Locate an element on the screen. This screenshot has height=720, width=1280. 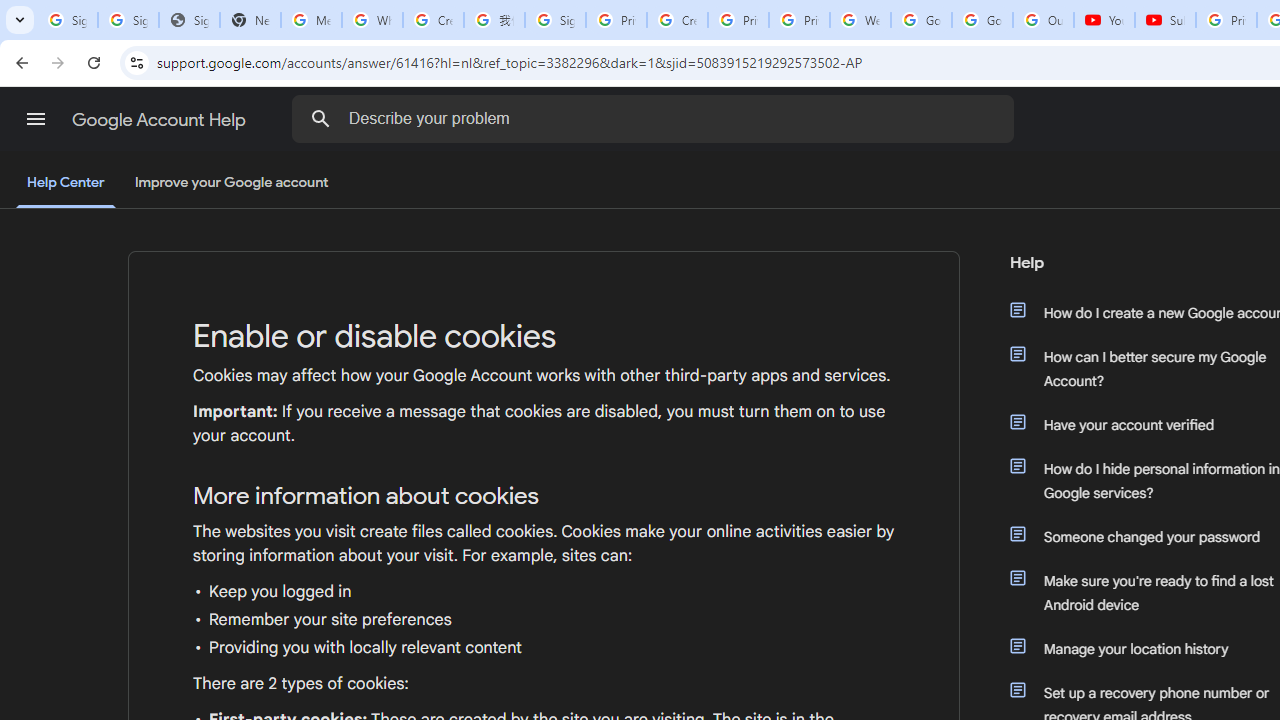
'Help Center' is located at coordinates (65, 183).